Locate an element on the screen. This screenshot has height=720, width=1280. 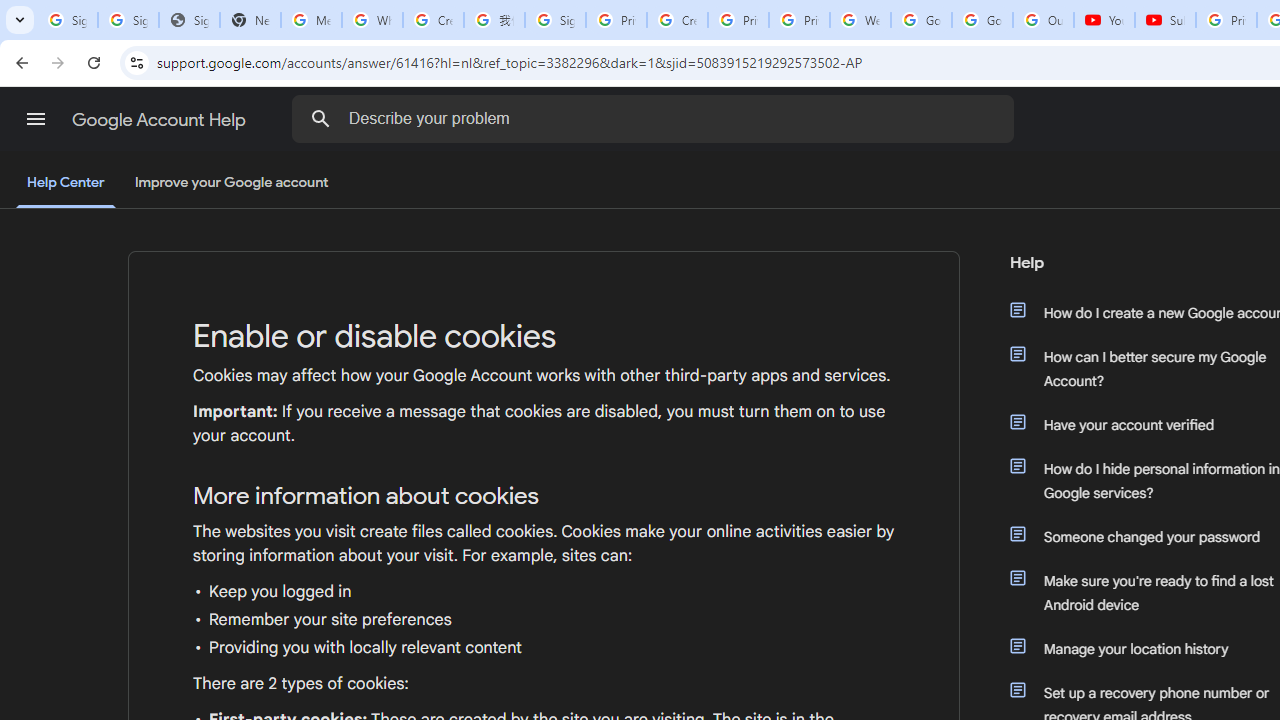
'Help Center' is located at coordinates (65, 183).